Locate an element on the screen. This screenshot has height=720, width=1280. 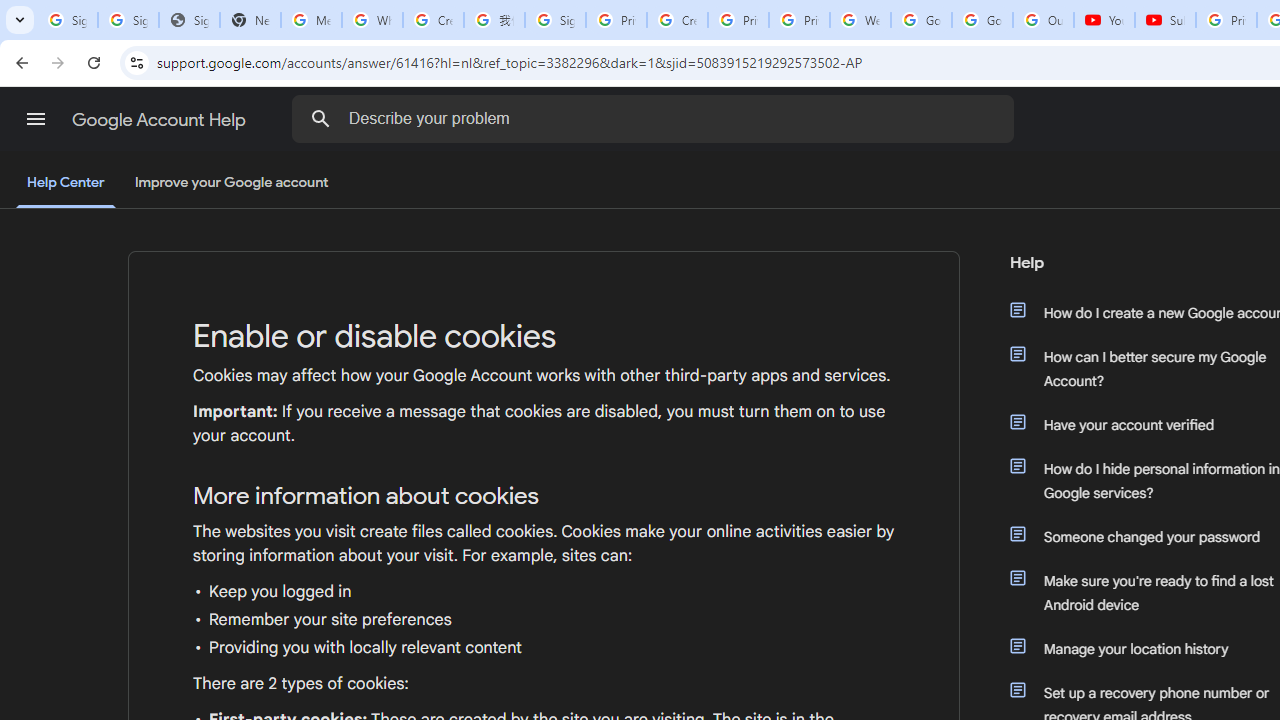
'Help Center' is located at coordinates (65, 183).